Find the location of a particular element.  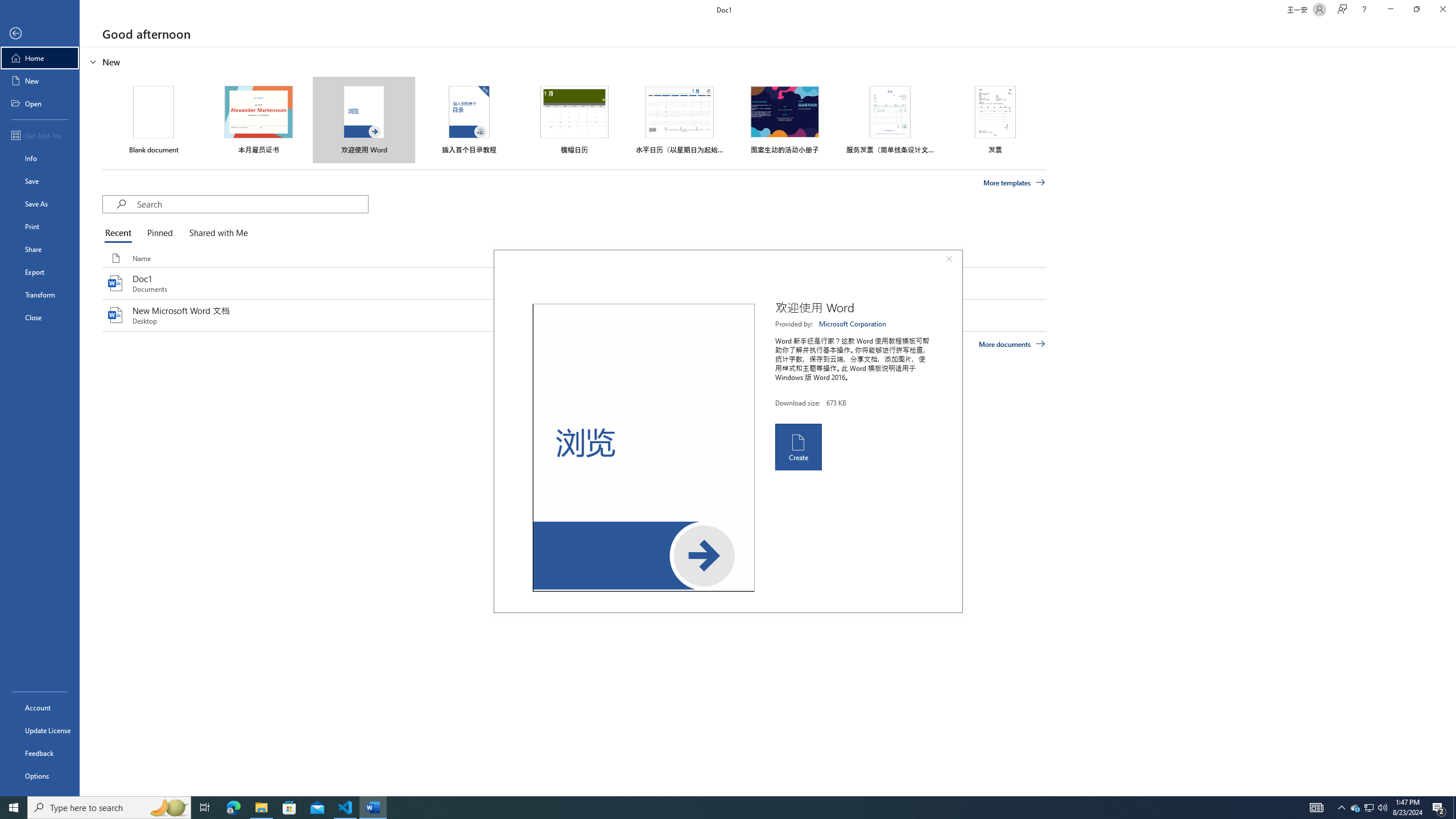

'Feedback' is located at coordinates (39, 753).